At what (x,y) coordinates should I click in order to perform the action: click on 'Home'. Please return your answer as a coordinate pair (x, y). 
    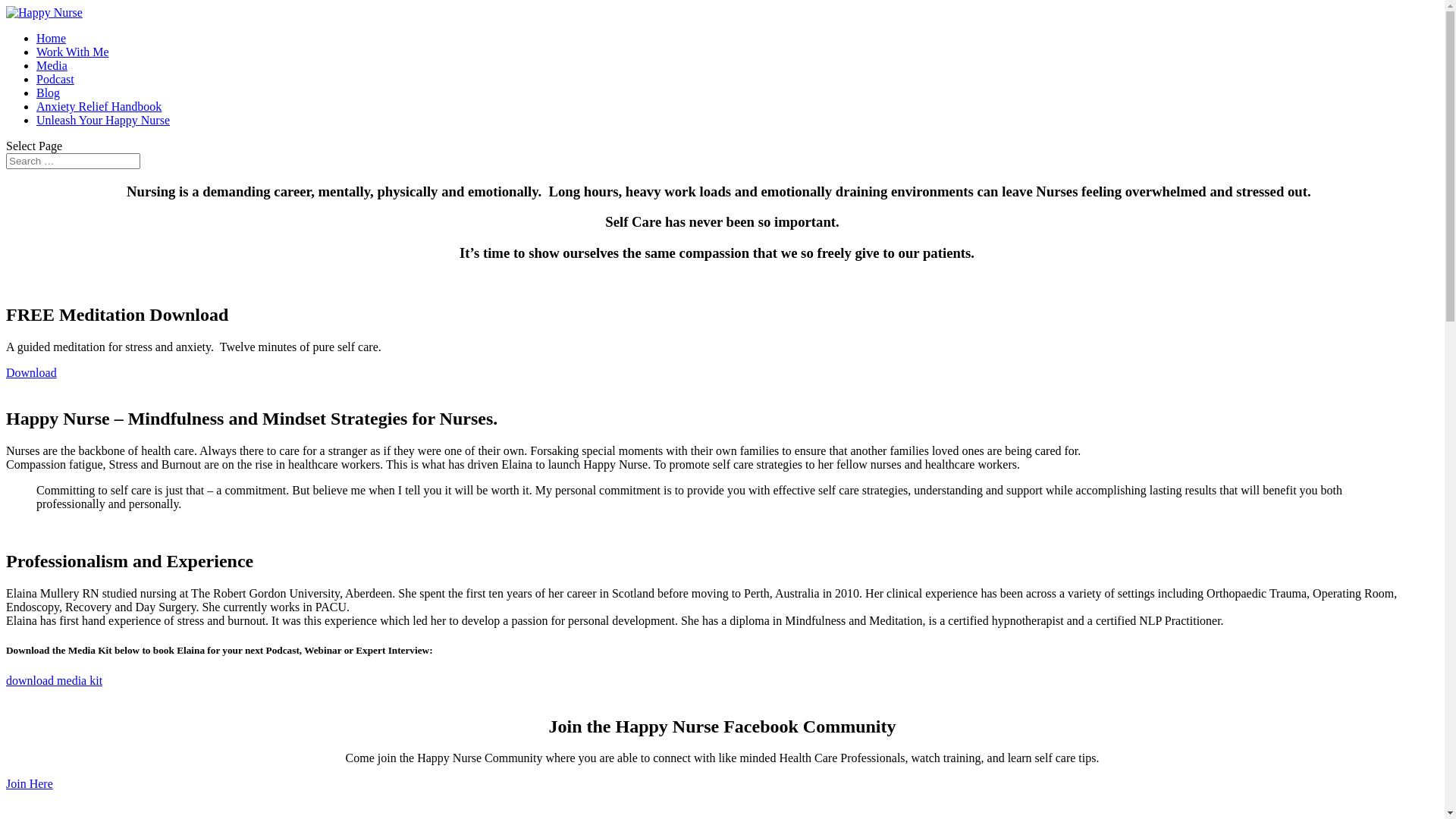
    Looking at the image, I should click on (36, 37).